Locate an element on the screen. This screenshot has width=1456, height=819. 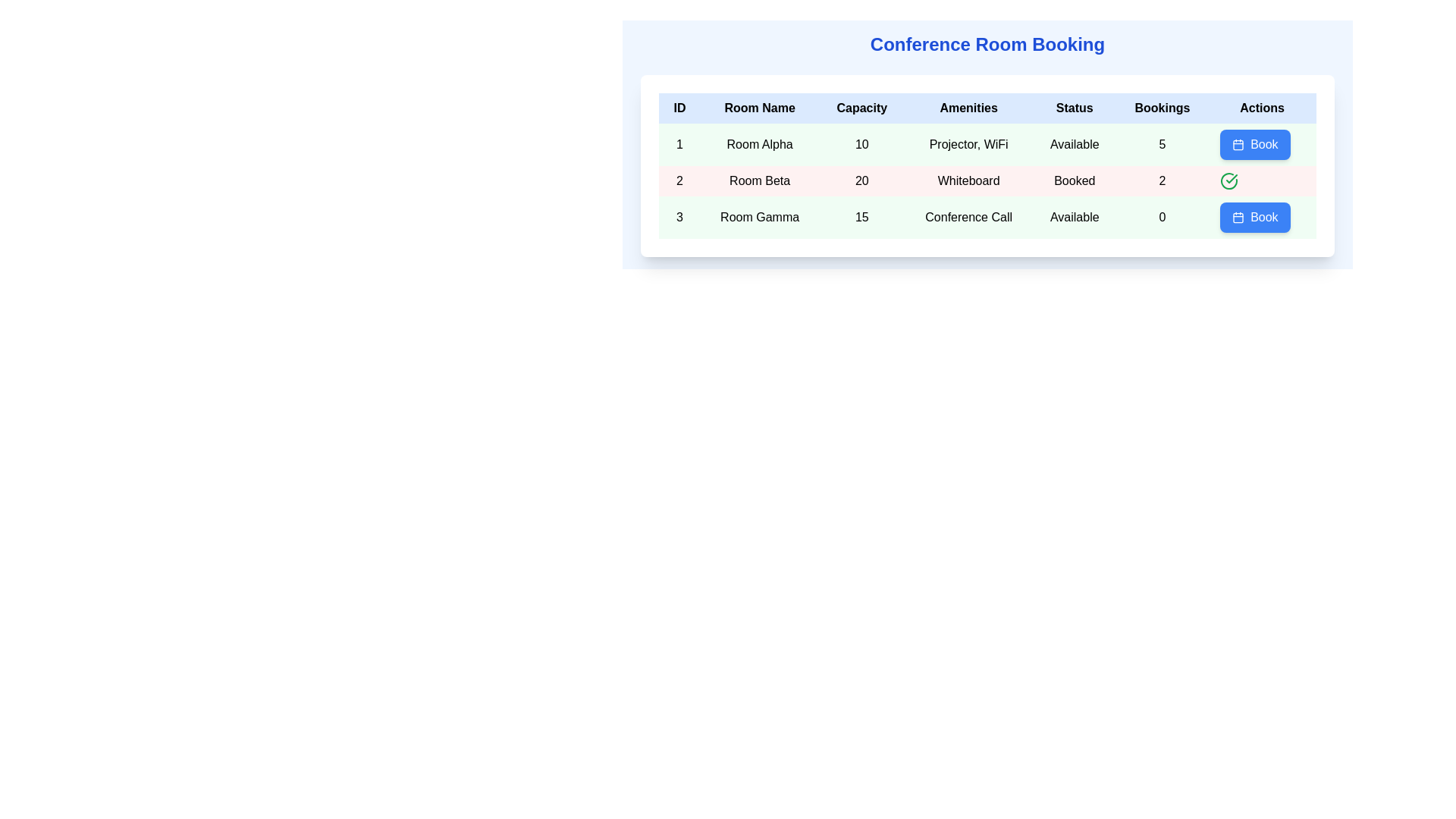
the numeric value '10' displayed under the 'Capacity' column for 'Room Alpha' in the first row of the table is located at coordinates (861, 145).